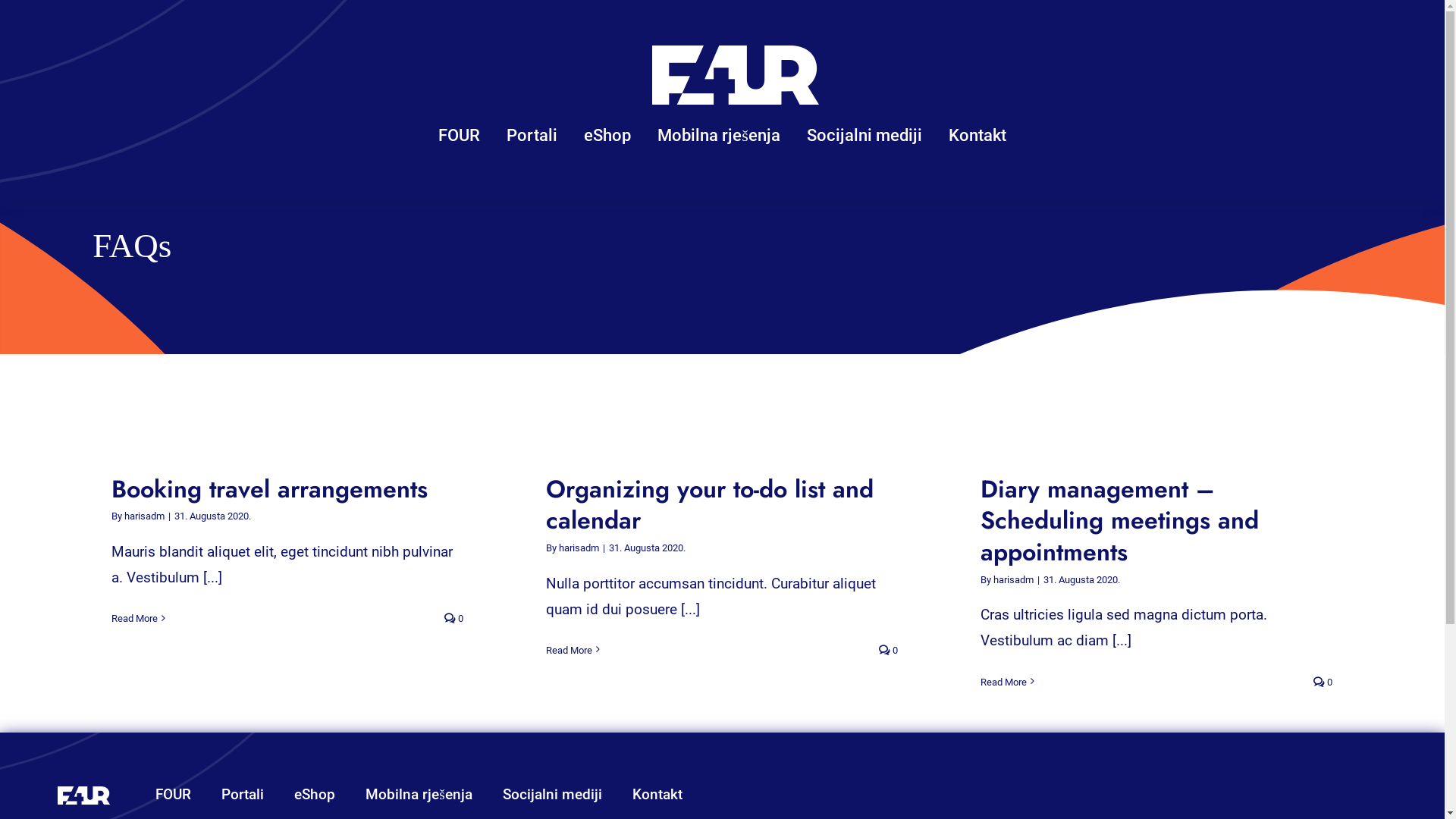 This screenshot has width=1456, height=819. What do you see at coordinates (155, 795) in the screenshot?
I see `'FOUR'` at bounding box center [155, 795].